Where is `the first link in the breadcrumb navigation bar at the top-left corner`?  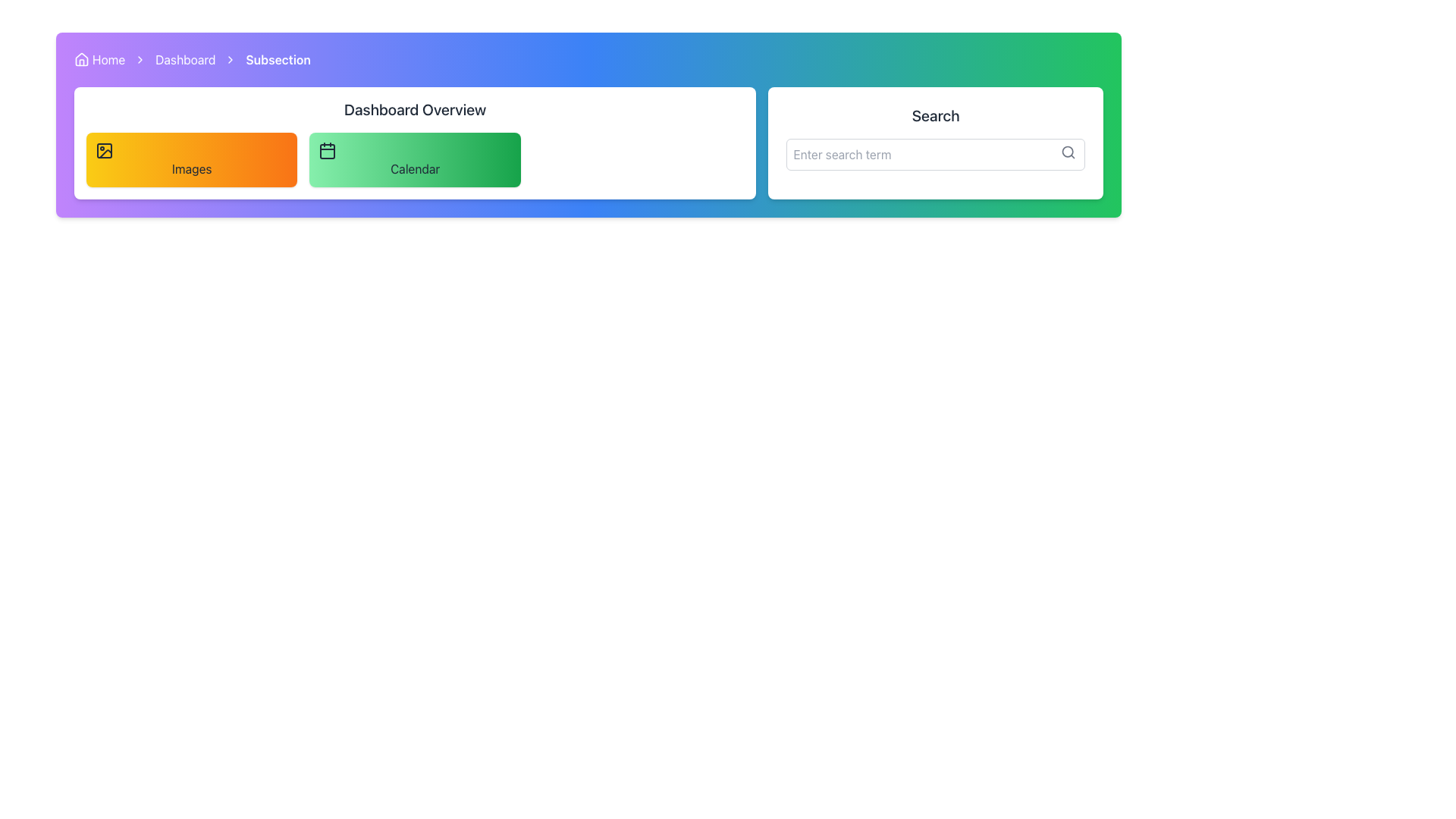
the first link in the breadcrumb navigation bar at the top-left corner is located at coordinates (99, 58).